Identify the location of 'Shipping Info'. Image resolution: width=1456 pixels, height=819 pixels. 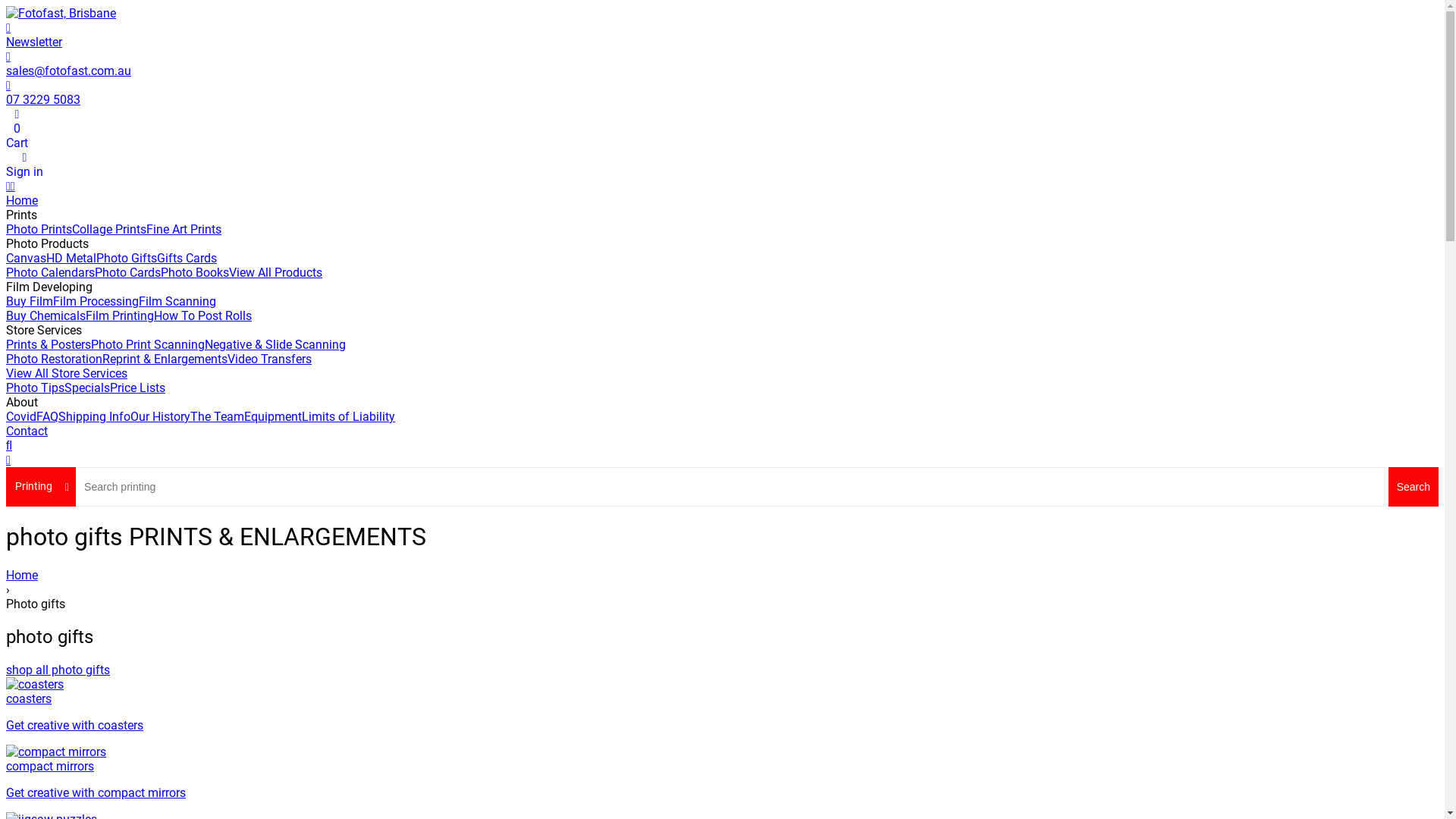
(93, 416).